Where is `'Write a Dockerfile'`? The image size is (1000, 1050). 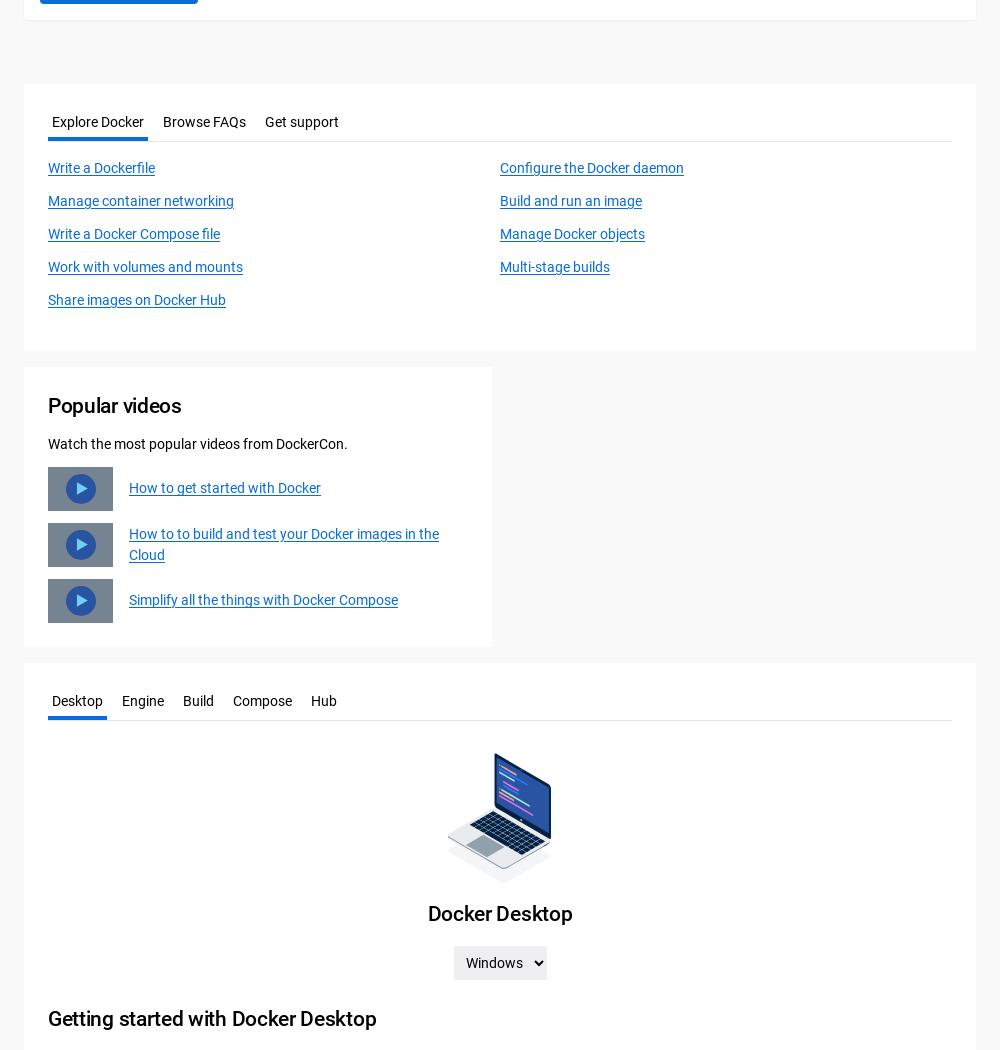
'Write a Dockerfile' is located at coordinates (100, 168).